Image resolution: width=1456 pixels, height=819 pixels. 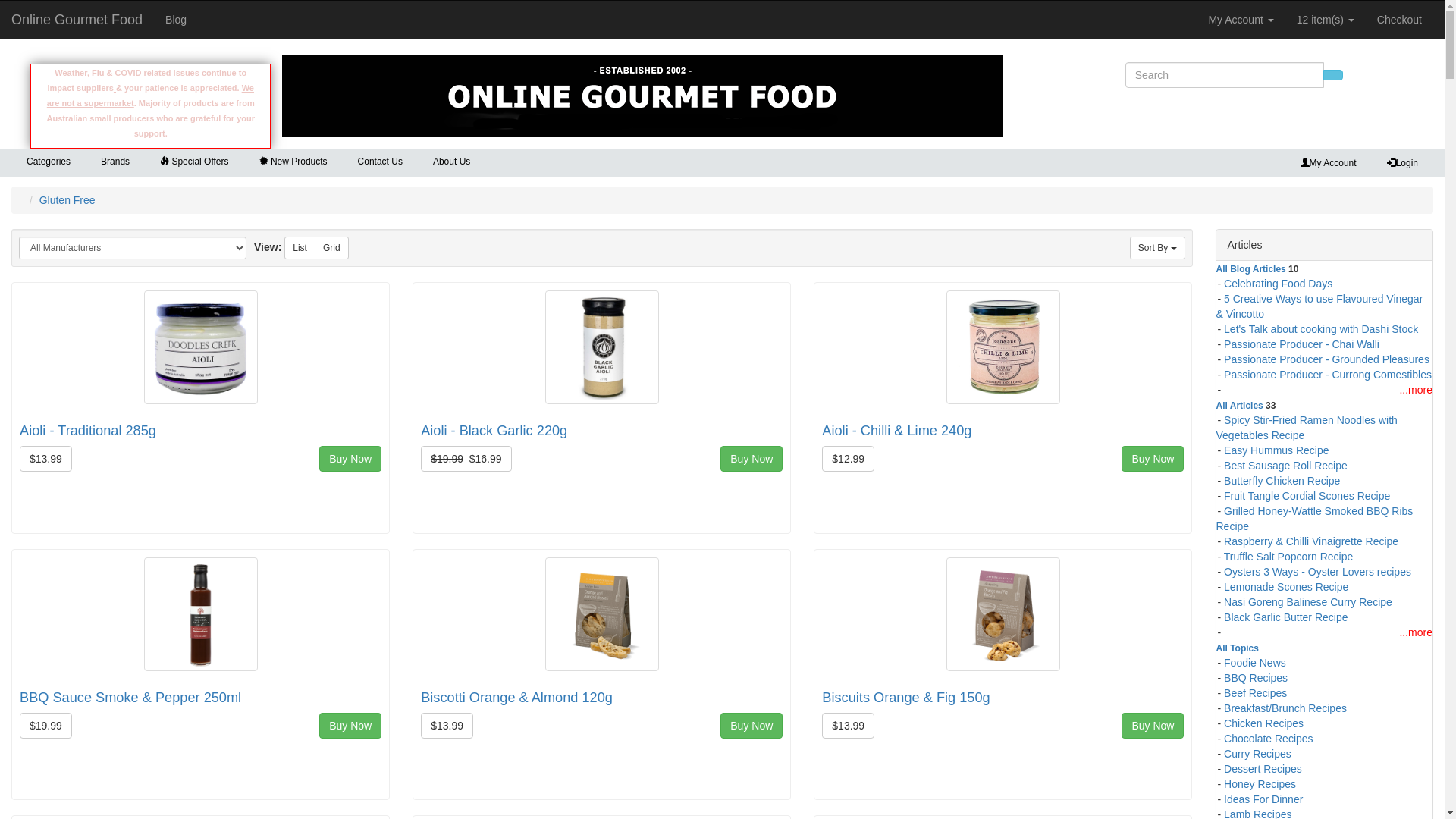 I want to click on 'Foodie News', so click(x=1255, y=660).